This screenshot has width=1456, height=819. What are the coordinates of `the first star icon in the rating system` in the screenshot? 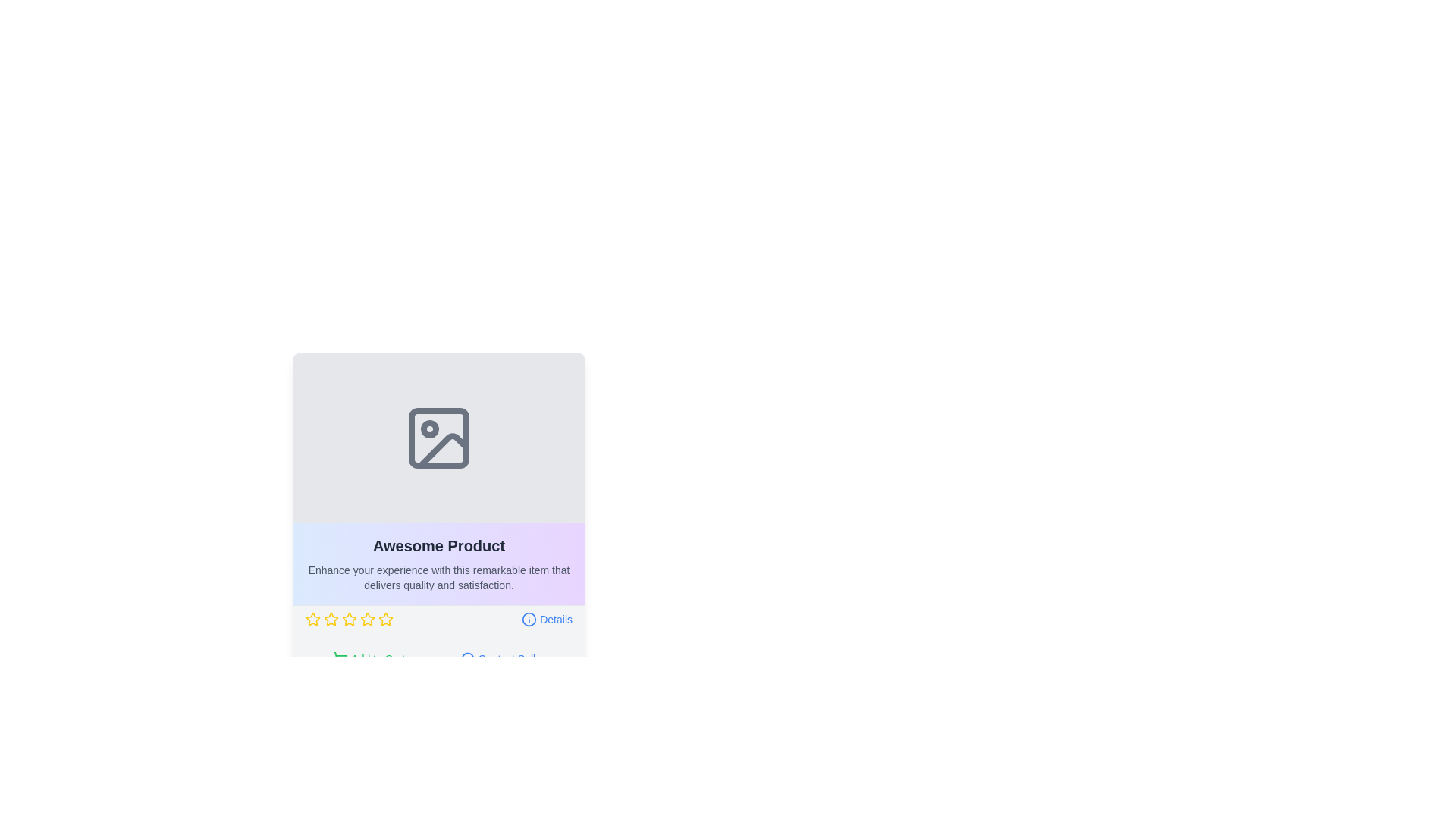 It's located at (312, 619).